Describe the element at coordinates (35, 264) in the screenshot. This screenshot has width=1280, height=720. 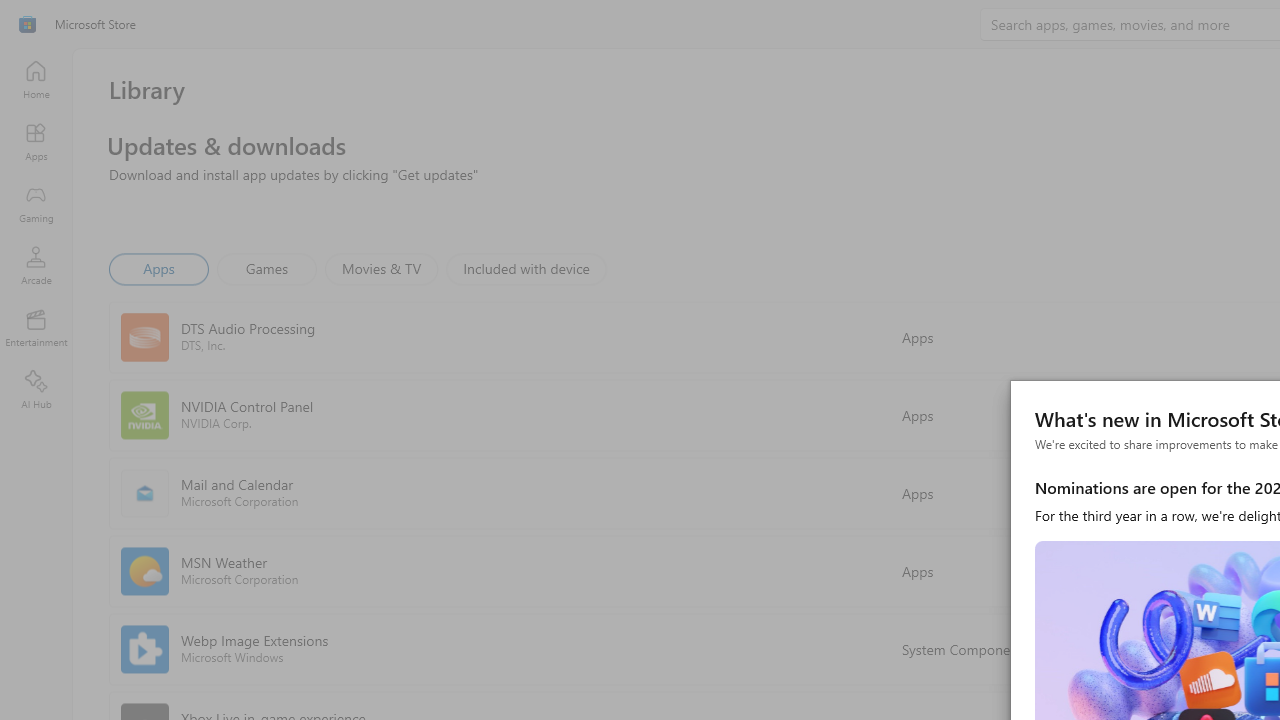
I see `'Arcade'` at that location.